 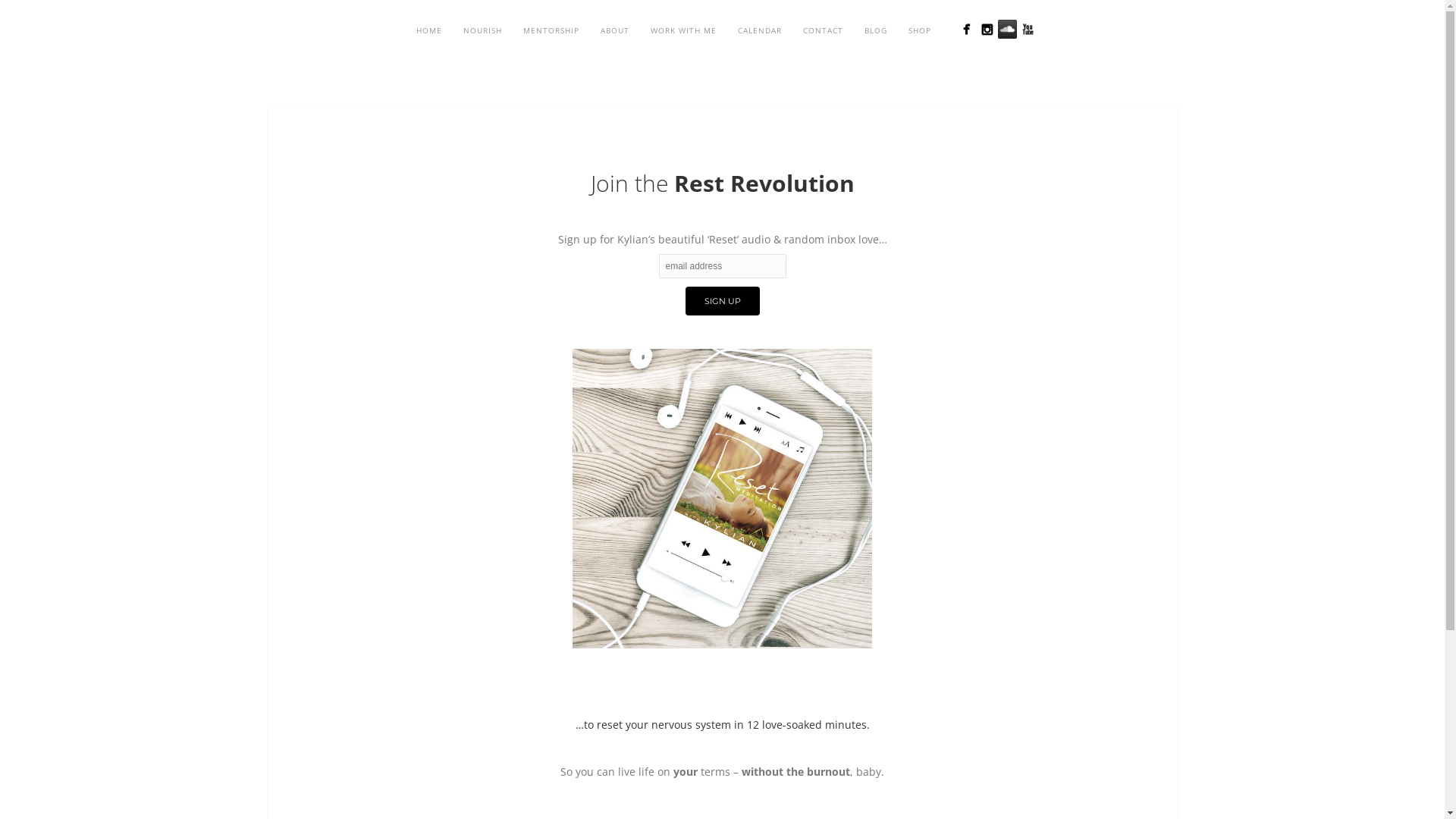 I want to click on 'Find KYLIAN on Facebook', so click(x=965, y=29).